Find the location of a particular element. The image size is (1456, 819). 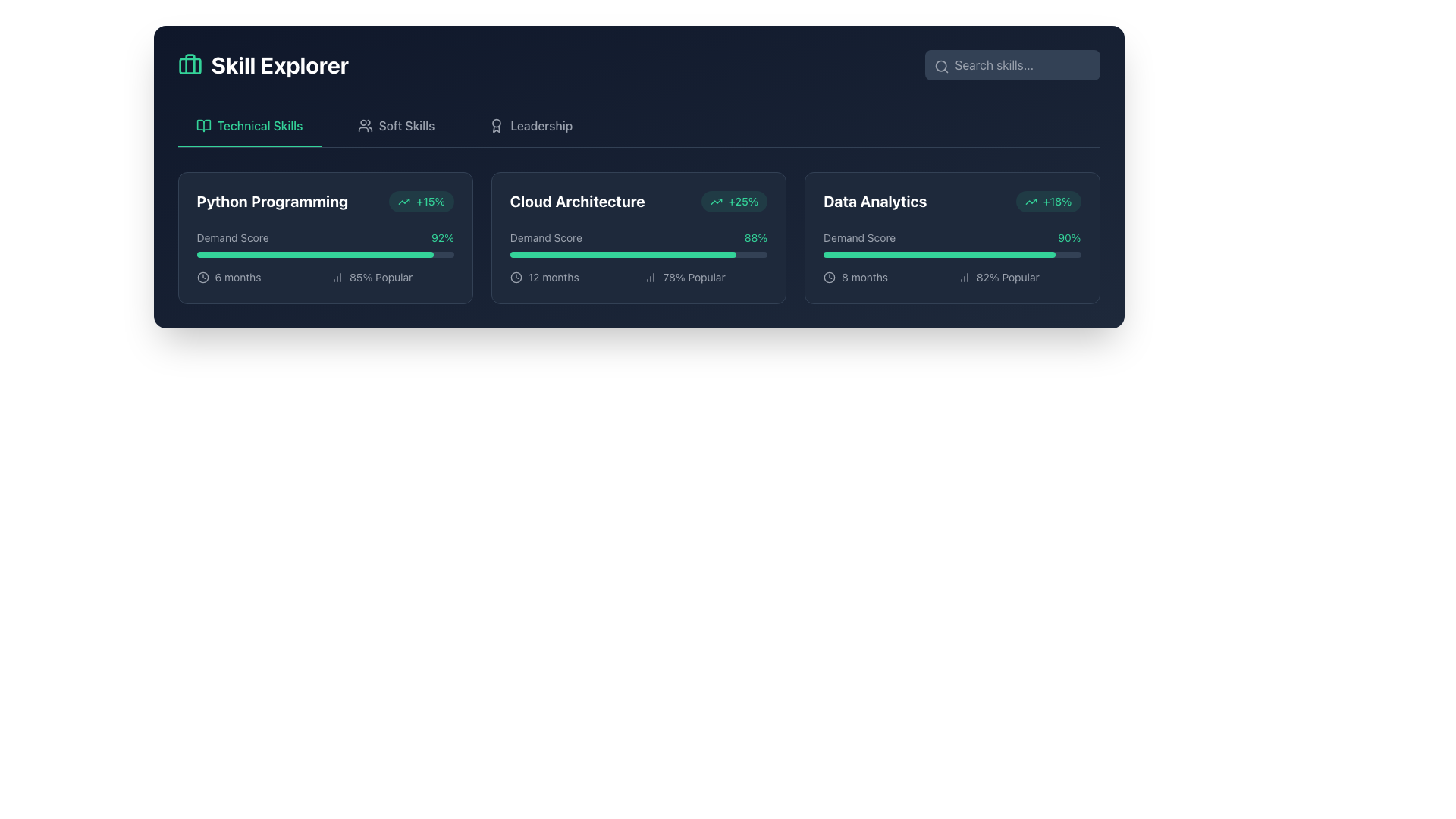

the Leadership skills button located in the top navigation bar, which is the third item from the left, to change its color is located at coordinates (531, 124).